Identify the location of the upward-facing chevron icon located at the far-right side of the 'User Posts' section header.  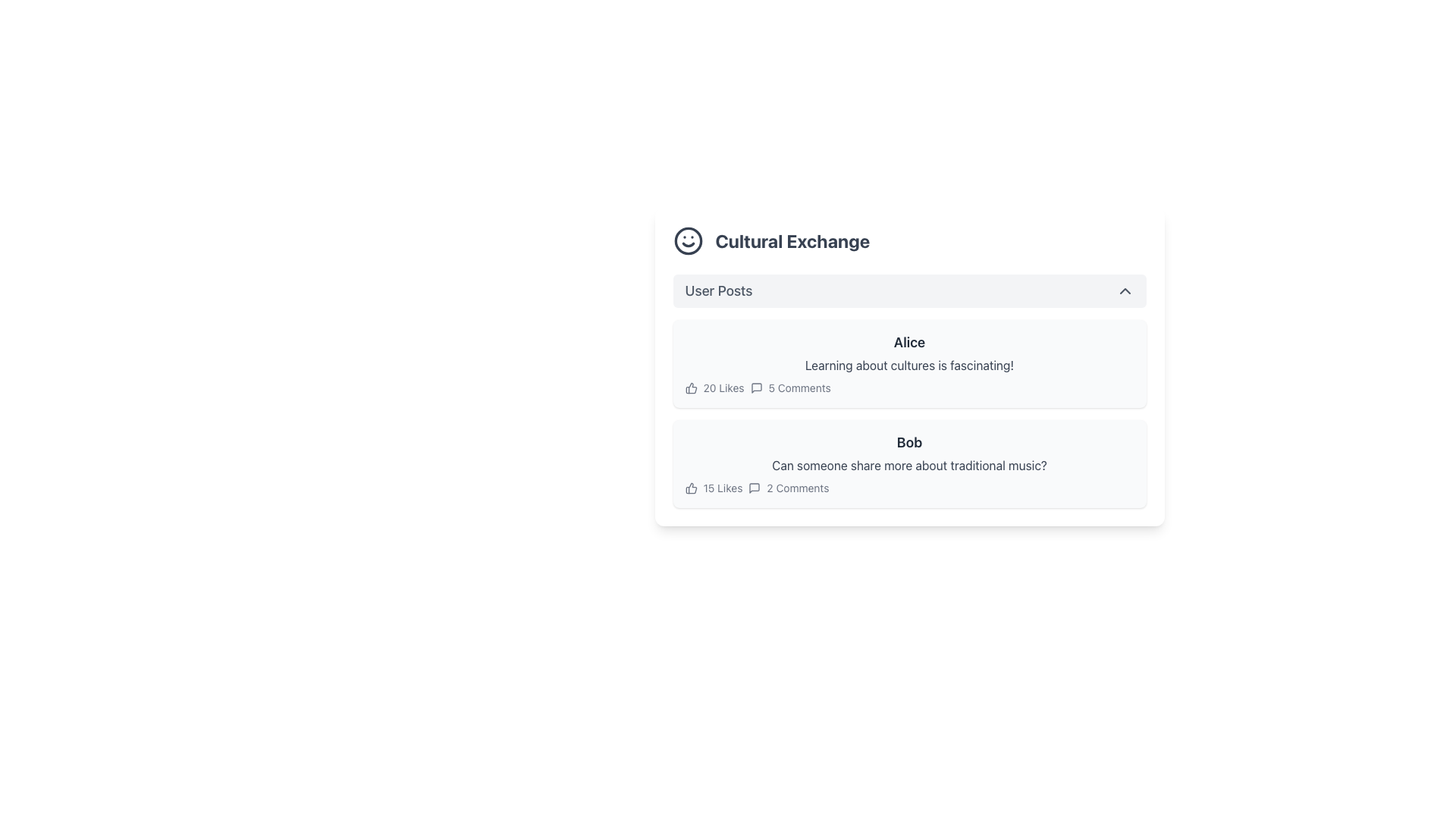
(1125, 291).